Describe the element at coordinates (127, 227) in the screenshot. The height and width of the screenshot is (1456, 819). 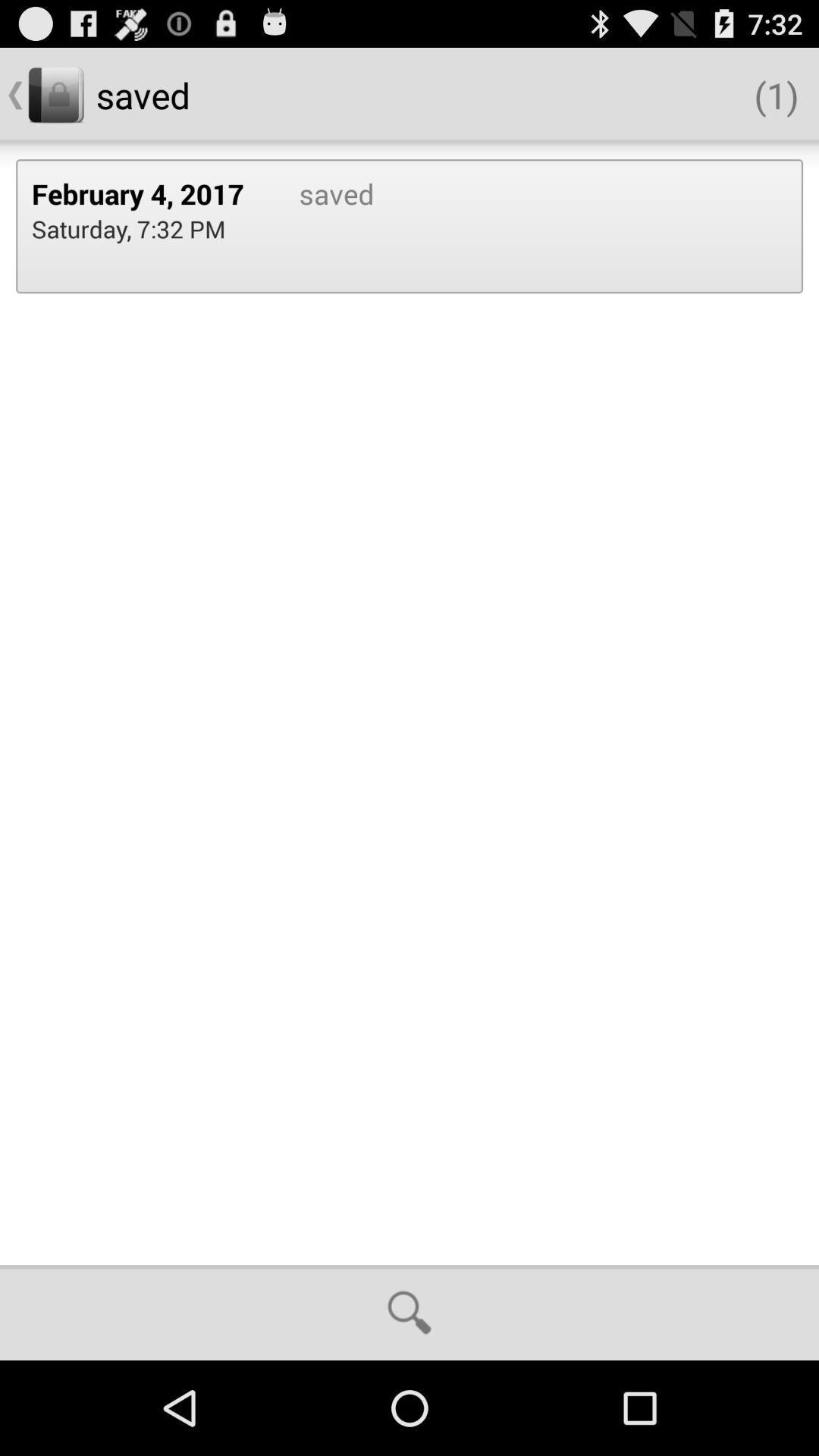
I see `the saturday 7 32 item` at that location.